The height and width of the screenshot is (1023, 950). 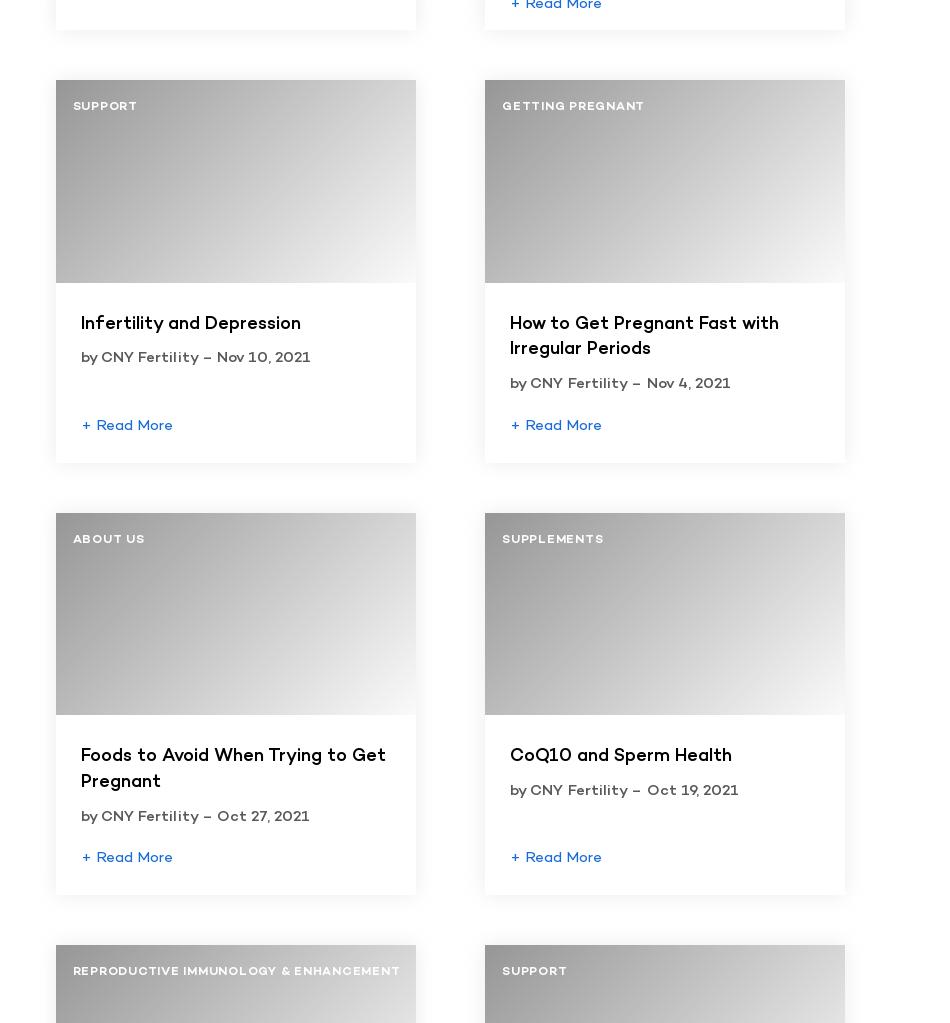 I want to click on 'Nov 4, 2021', so click(x=688, y=383).